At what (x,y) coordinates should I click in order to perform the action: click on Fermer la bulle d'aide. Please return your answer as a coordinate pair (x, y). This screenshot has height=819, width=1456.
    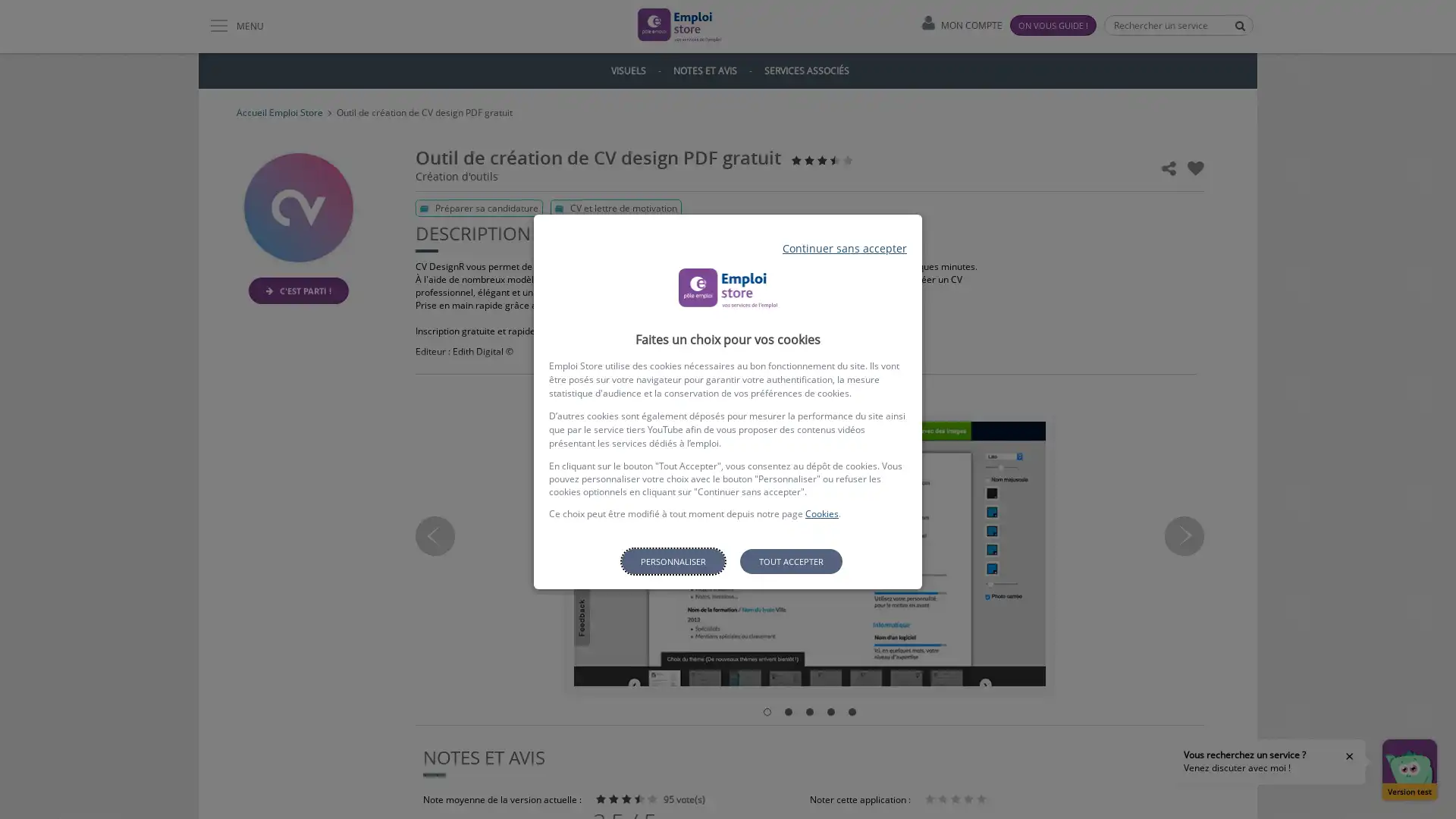
    Looking at the image, I should click on (1349, 755).